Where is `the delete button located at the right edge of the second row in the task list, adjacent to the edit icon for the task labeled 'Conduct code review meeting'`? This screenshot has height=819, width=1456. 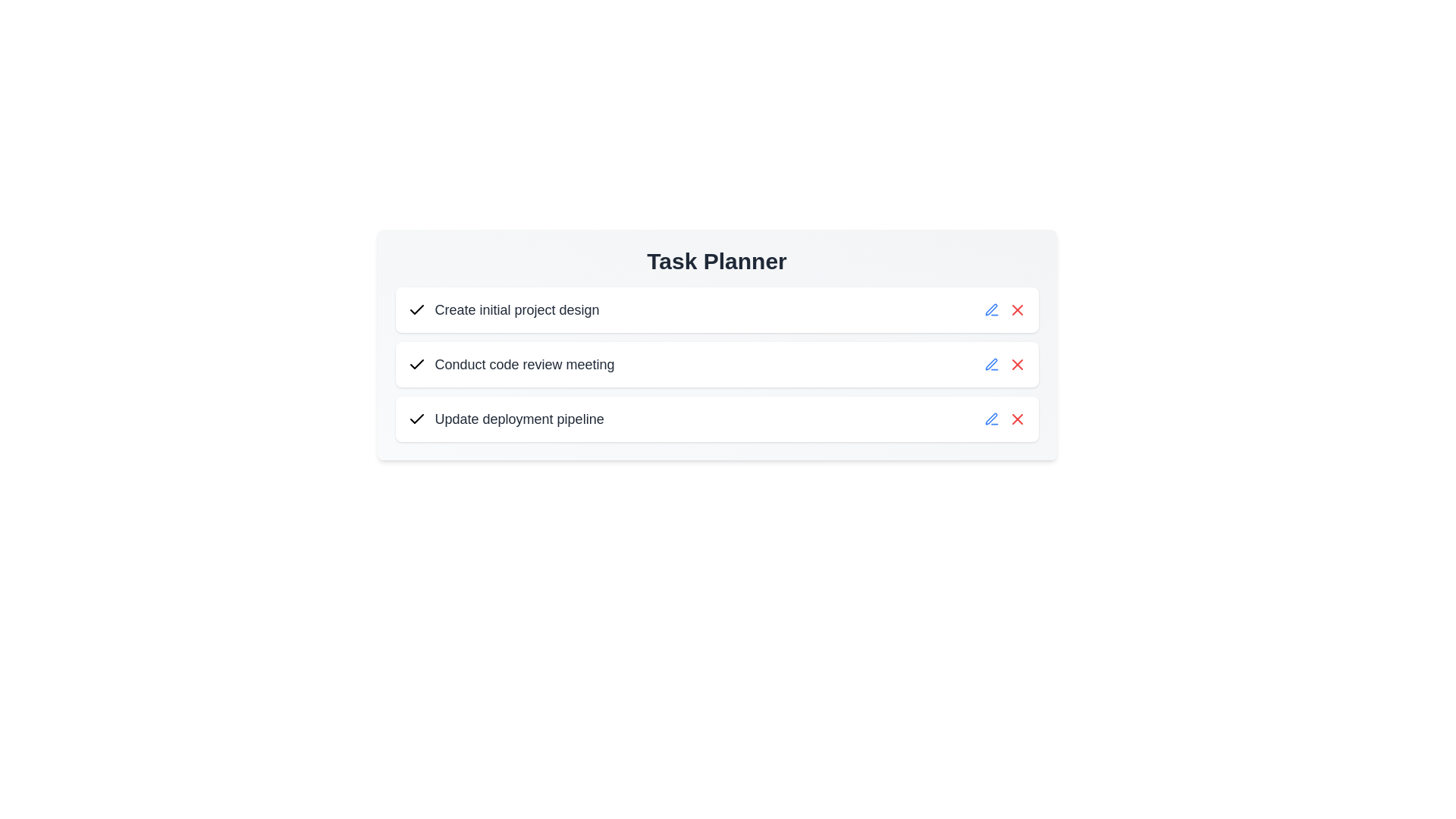 the delete button located at the right edge of the second row in the task list, adjacent to the edit icon for the task labeled 'Conduct code review meeting' is located at coordinates (1017, 365).